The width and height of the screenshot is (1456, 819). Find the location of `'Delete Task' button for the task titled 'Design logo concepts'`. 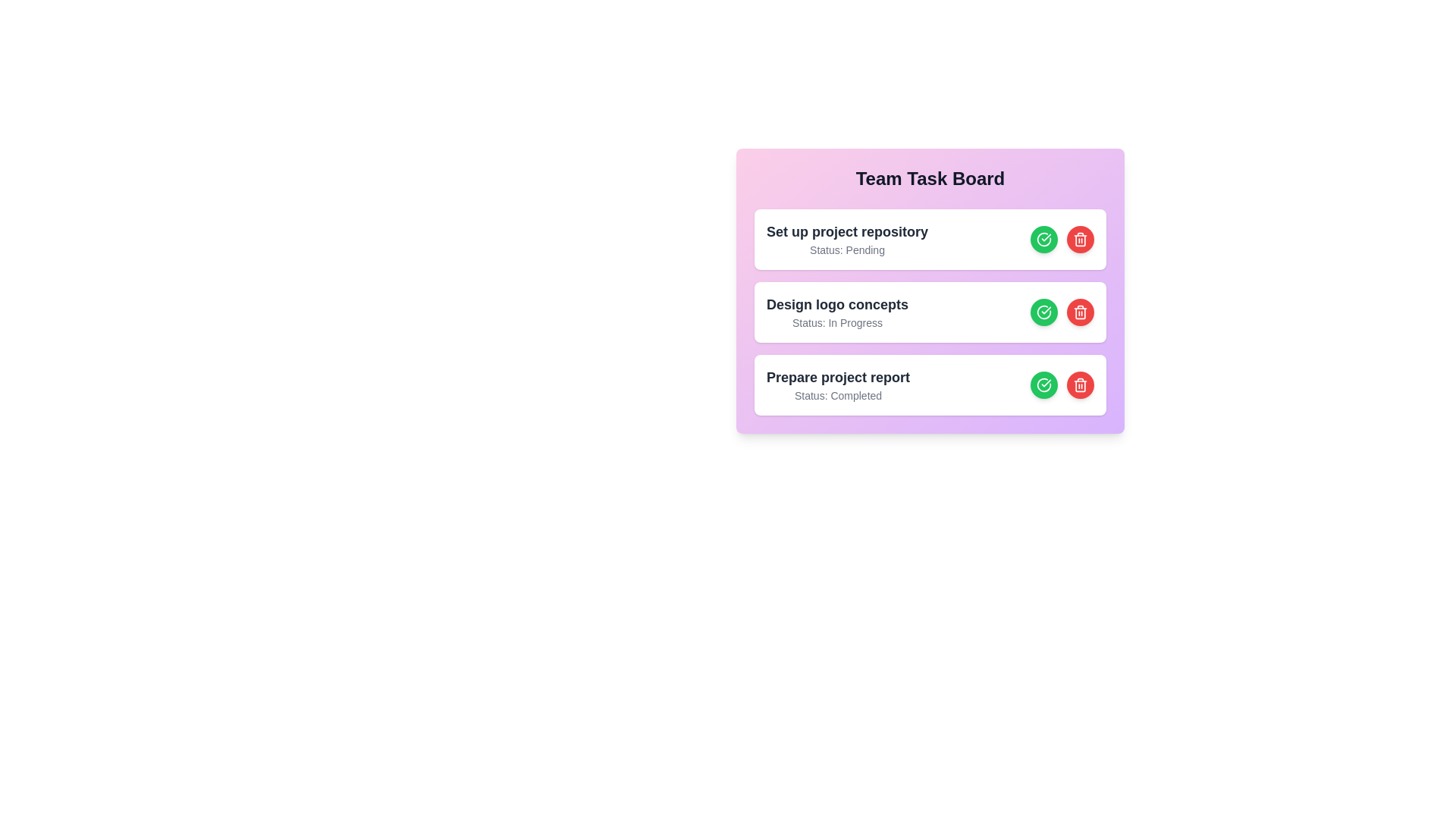

'Delete Task' button for the task titled 'Design logo concepts' is located at coordinates (1080, 312).